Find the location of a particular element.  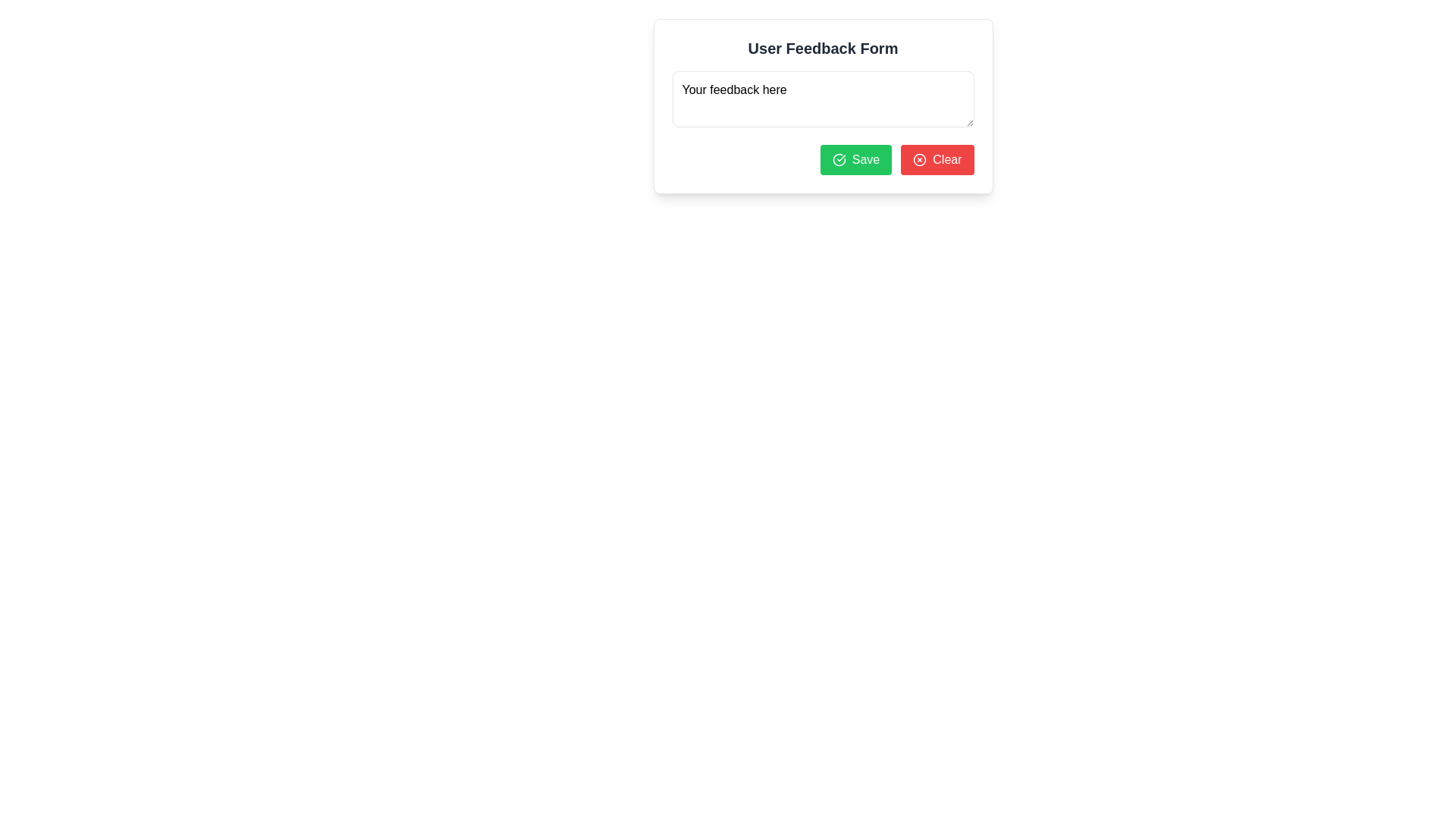

the group of two buttons located at the bottom right of the 'User Feedback Form' is located at coordinates (822, 160).